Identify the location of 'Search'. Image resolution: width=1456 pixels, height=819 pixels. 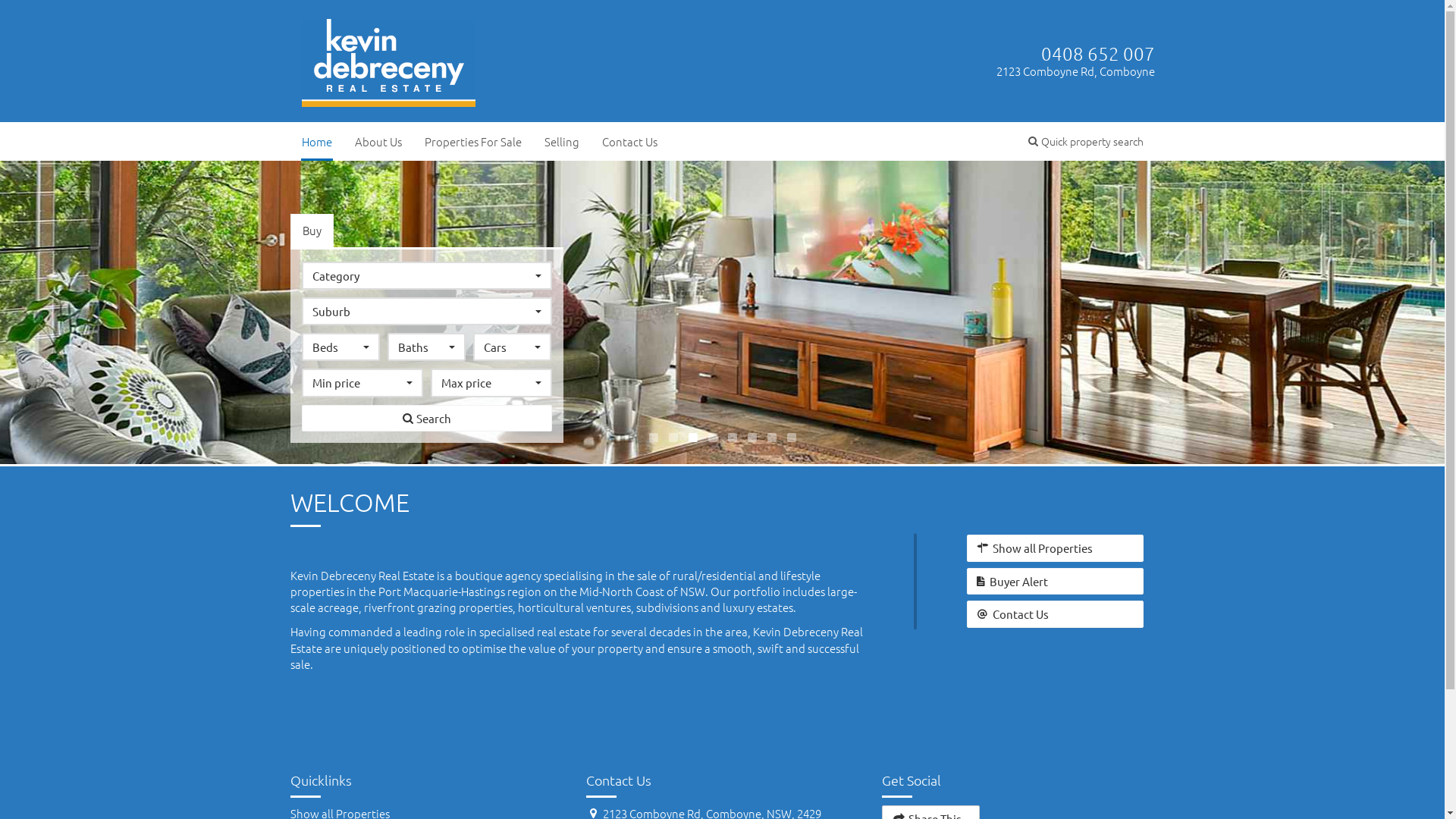
(425, 418).